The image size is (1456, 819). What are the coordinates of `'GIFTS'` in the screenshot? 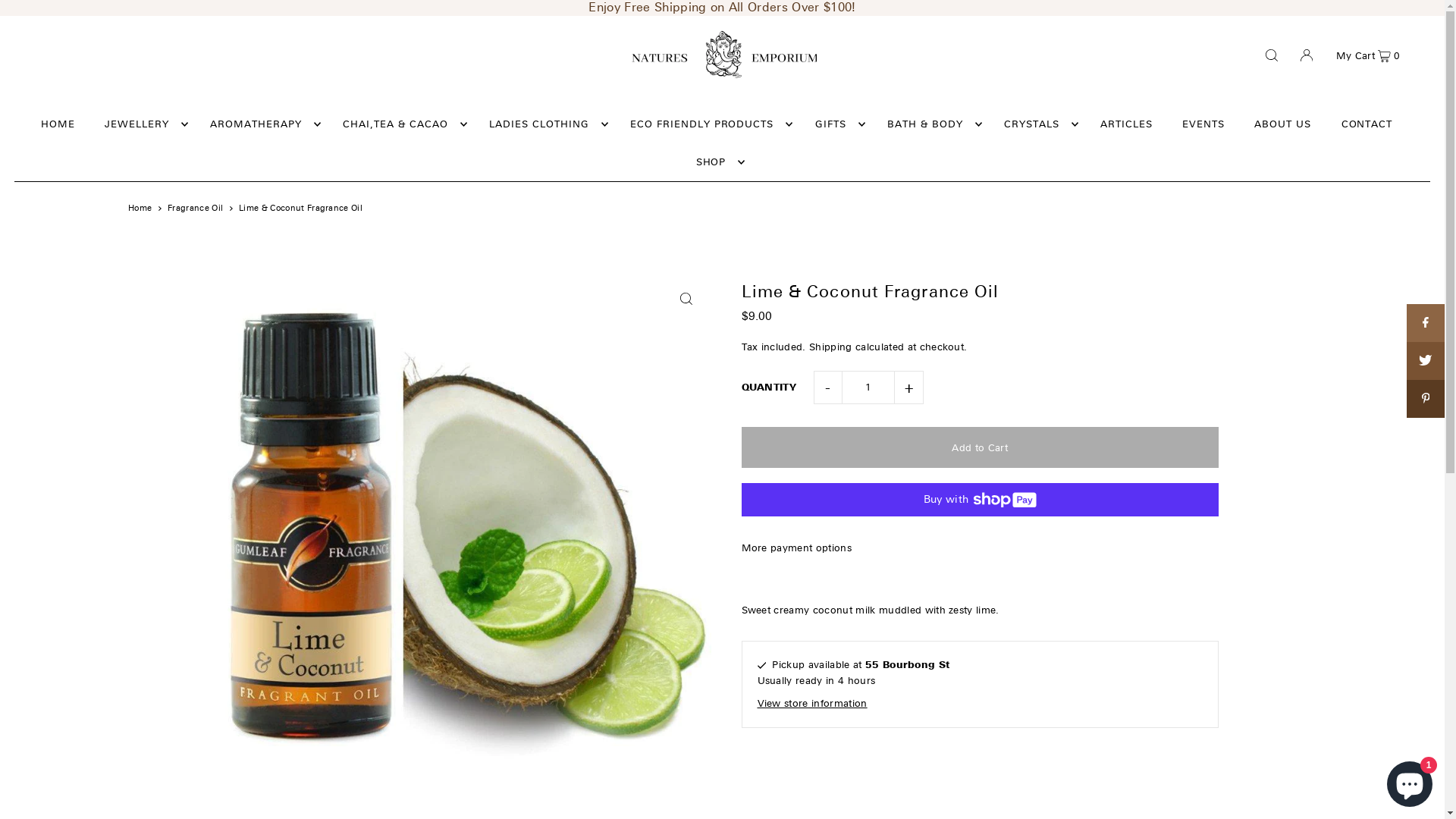 It's located at (836, 124).